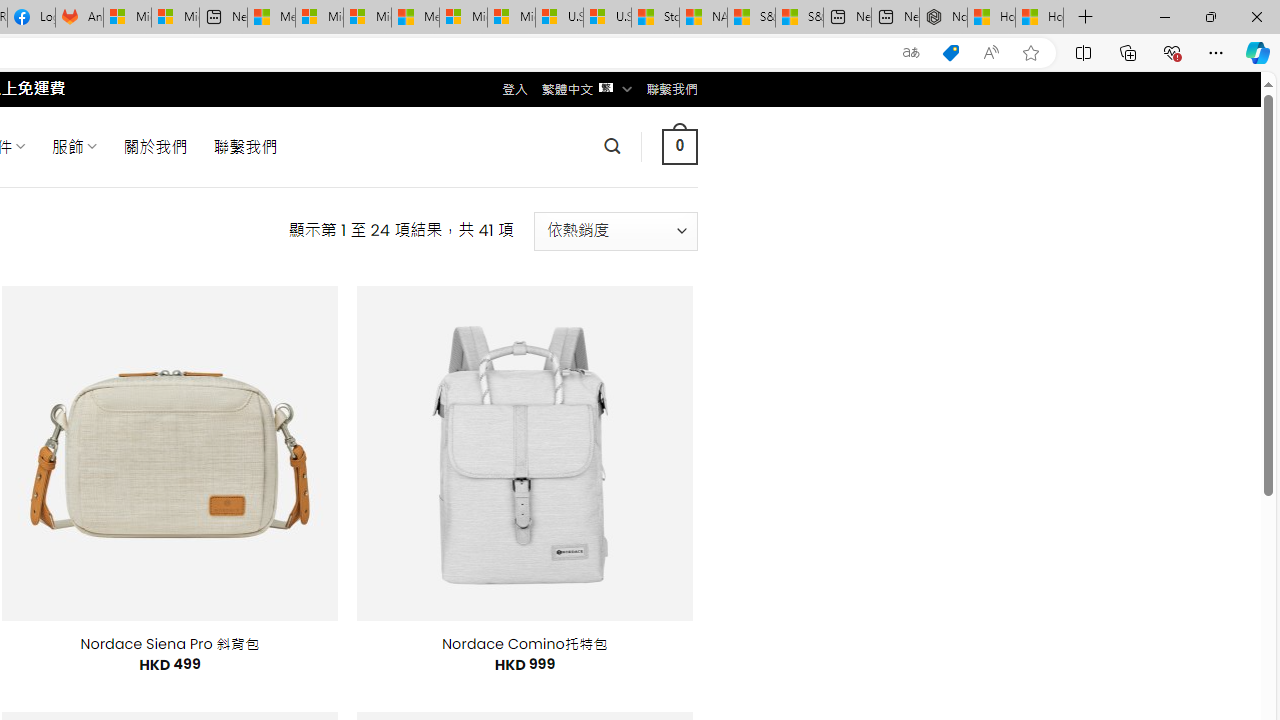 This screenshot has width=1280, height=720. Describe the element at coordinates (991, 52) in the screenshot. I see `'Read aloud this page (Ctrl+Shift+U)'` at that location.